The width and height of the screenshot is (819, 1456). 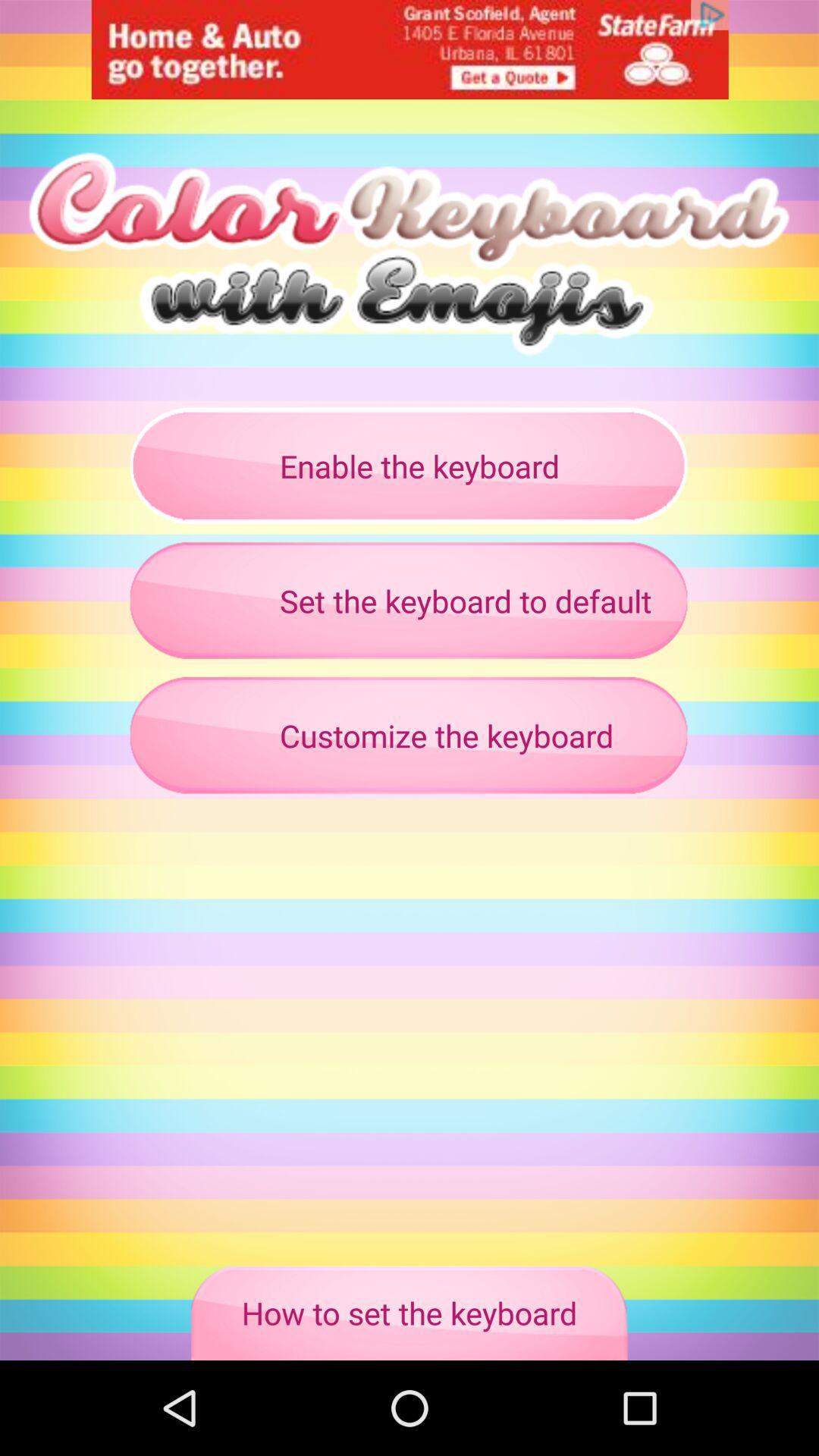 I want to click on banner, so click(x=409, y=49).